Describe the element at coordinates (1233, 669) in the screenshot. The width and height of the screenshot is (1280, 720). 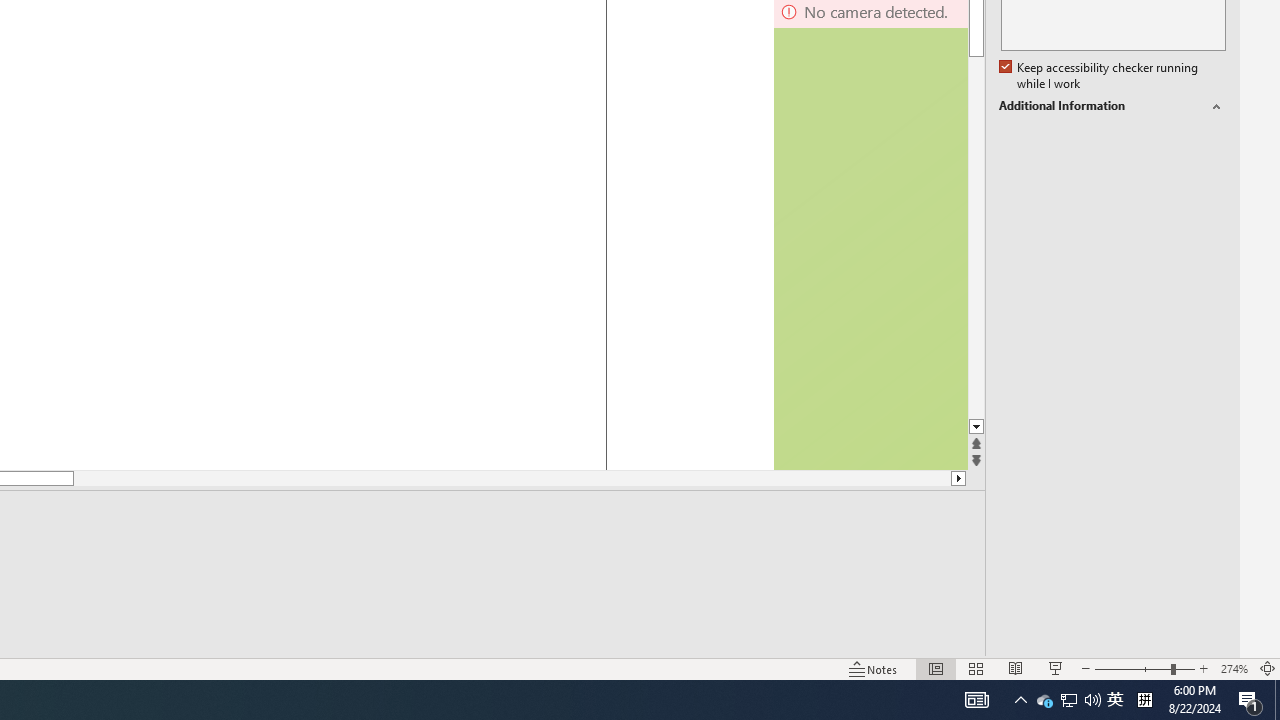
I see `'Zoom 274%'` at that location.